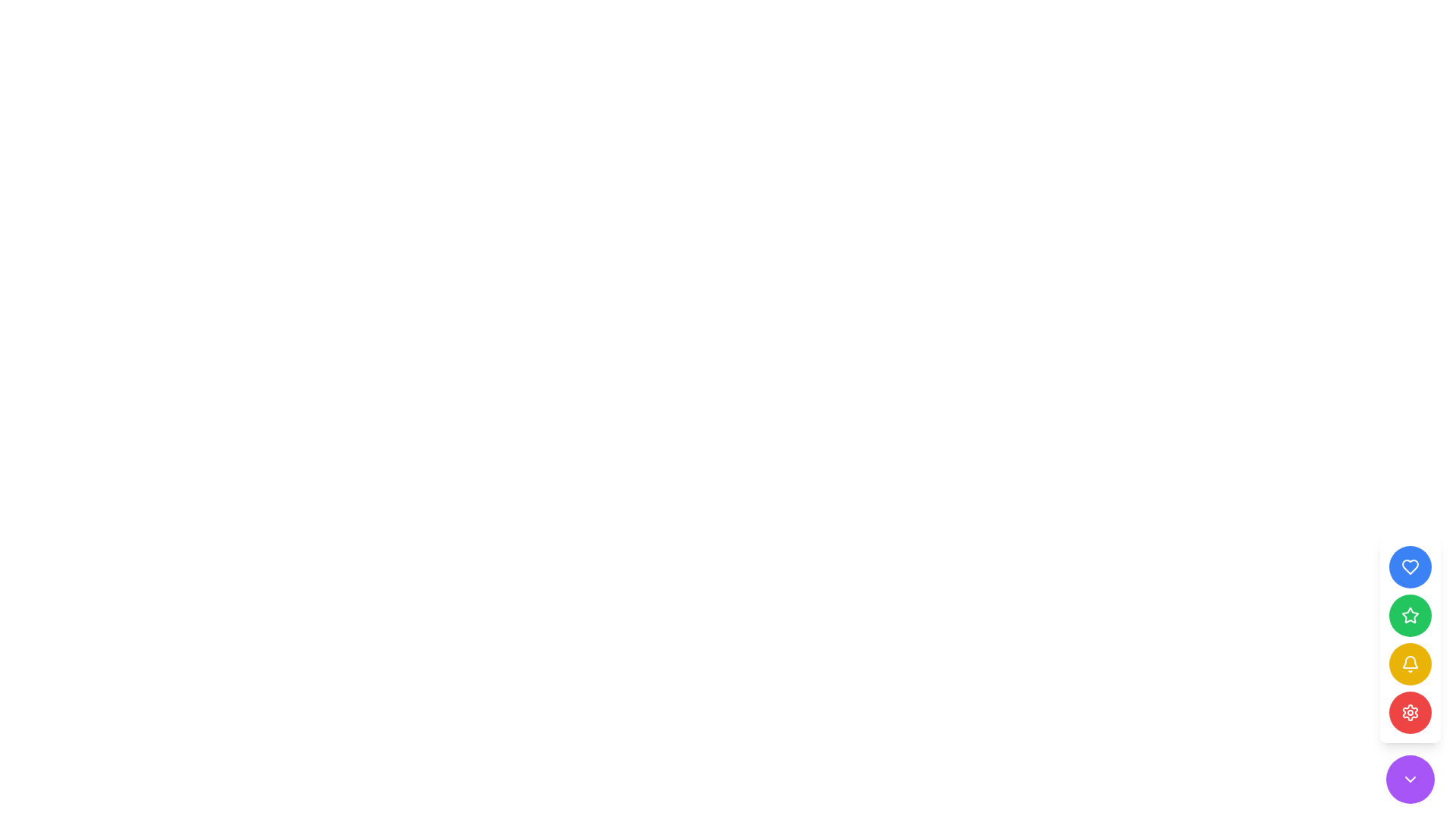 Image resolution: width=1456 pixels, height=819 pixels. Describe the element at coordinates (1410, 663) in the screenshot. I see `the circular button with a yellow background and a white bell icon located at the lower-right section of the interface to trigger visual feedback` at that location.